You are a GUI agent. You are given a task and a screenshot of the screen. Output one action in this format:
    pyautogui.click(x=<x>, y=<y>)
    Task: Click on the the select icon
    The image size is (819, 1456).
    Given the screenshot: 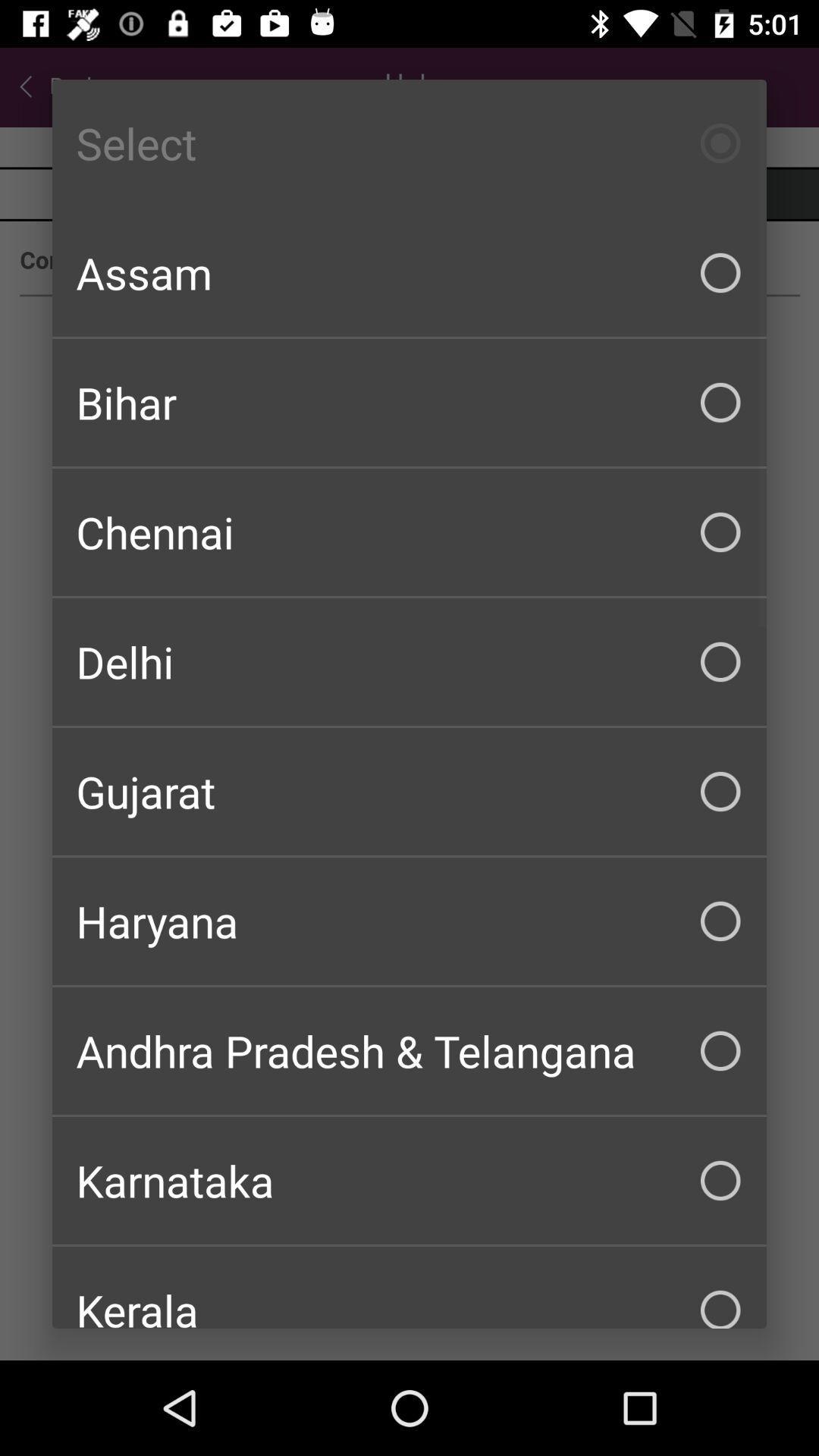 What is the action you would take?
    pyautogui.click(x=409, y=143)
    